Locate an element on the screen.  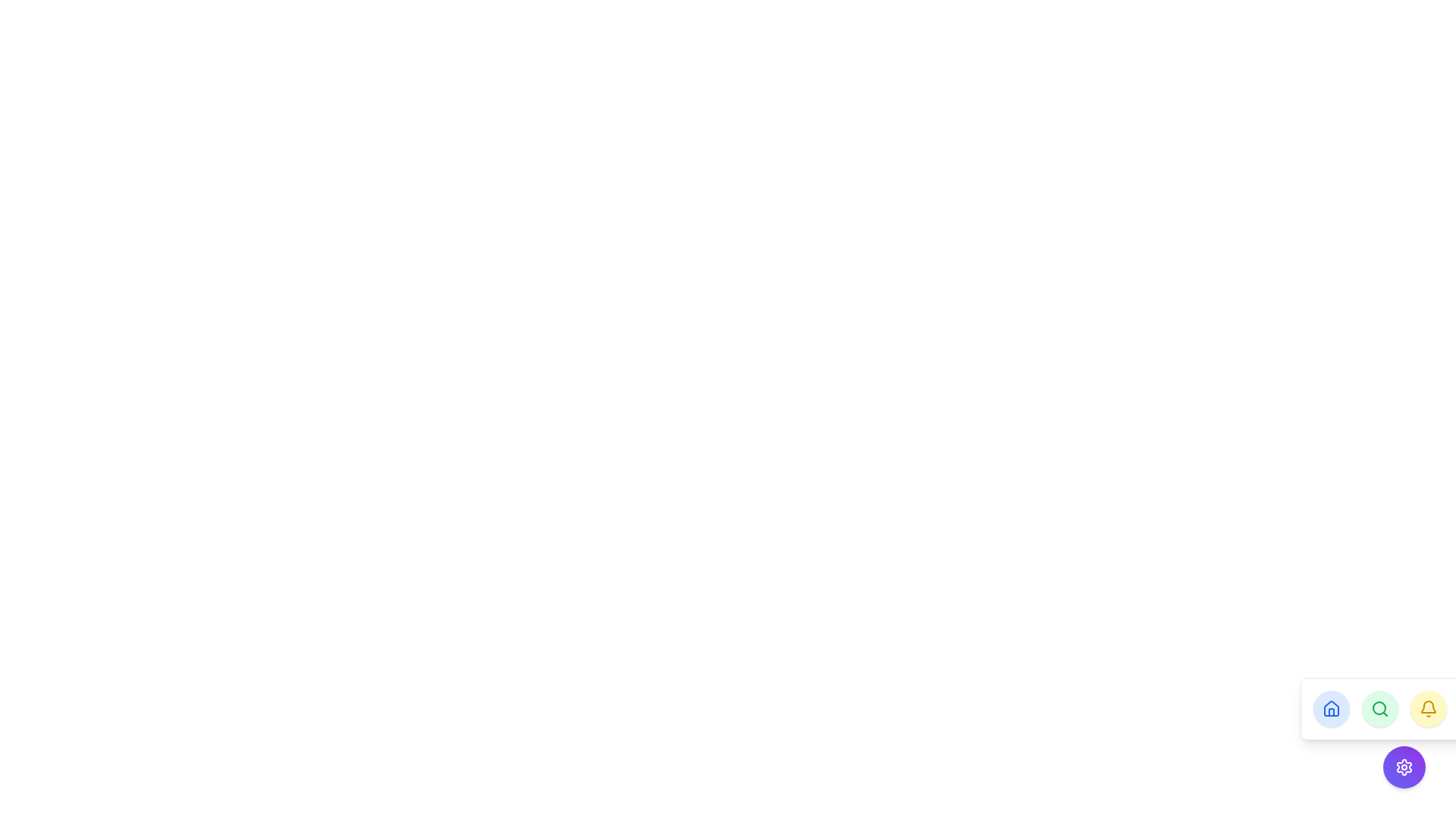
the Settings Icon, which is a gear icon located in the bottom-right corner of the interface is located at coordinates (1404, 767).